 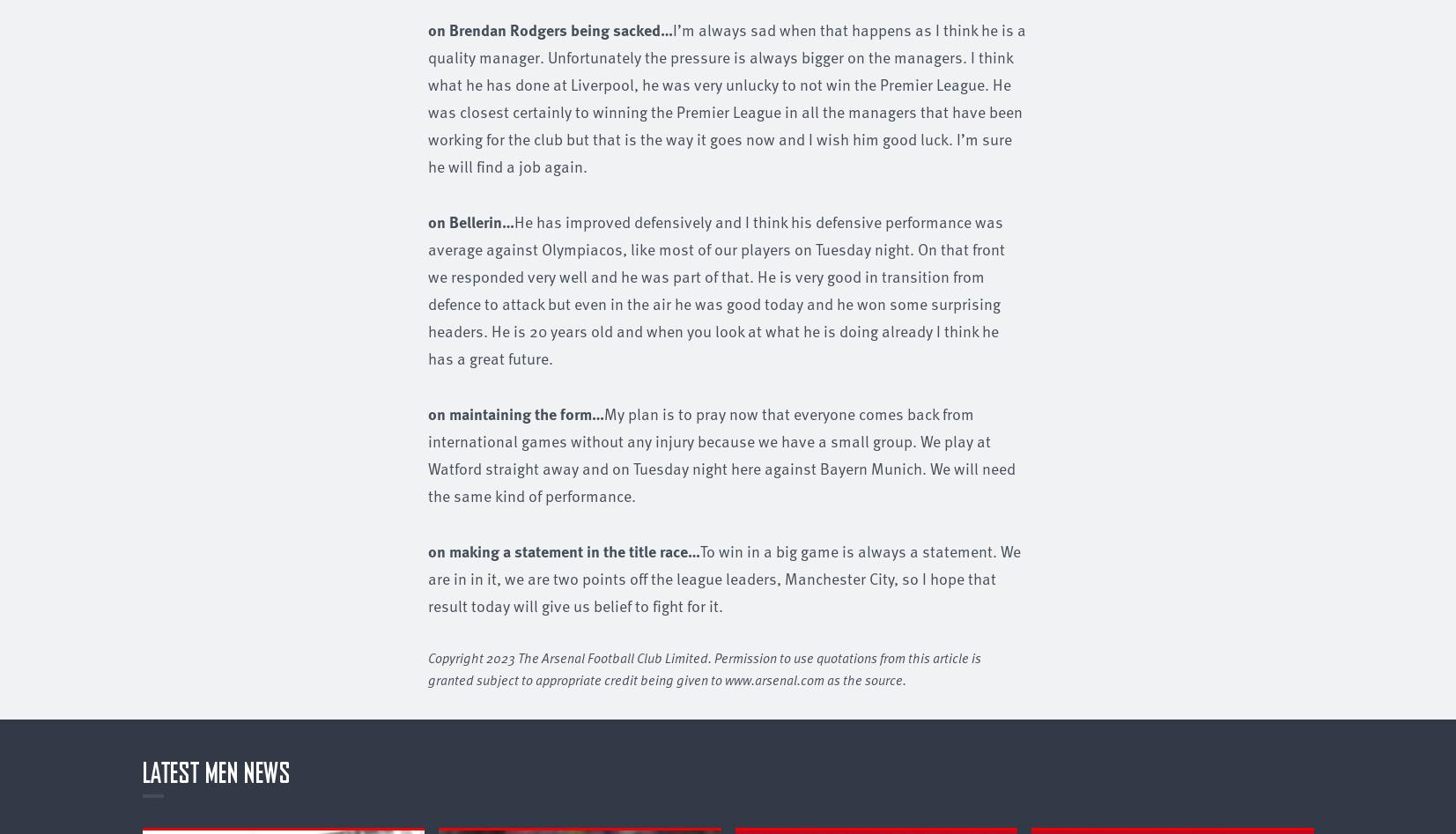 What do you see at coordinates (514, 412) in the screenshot?
I see `'on maintaining the form…'` at bounding box center [514, 412].